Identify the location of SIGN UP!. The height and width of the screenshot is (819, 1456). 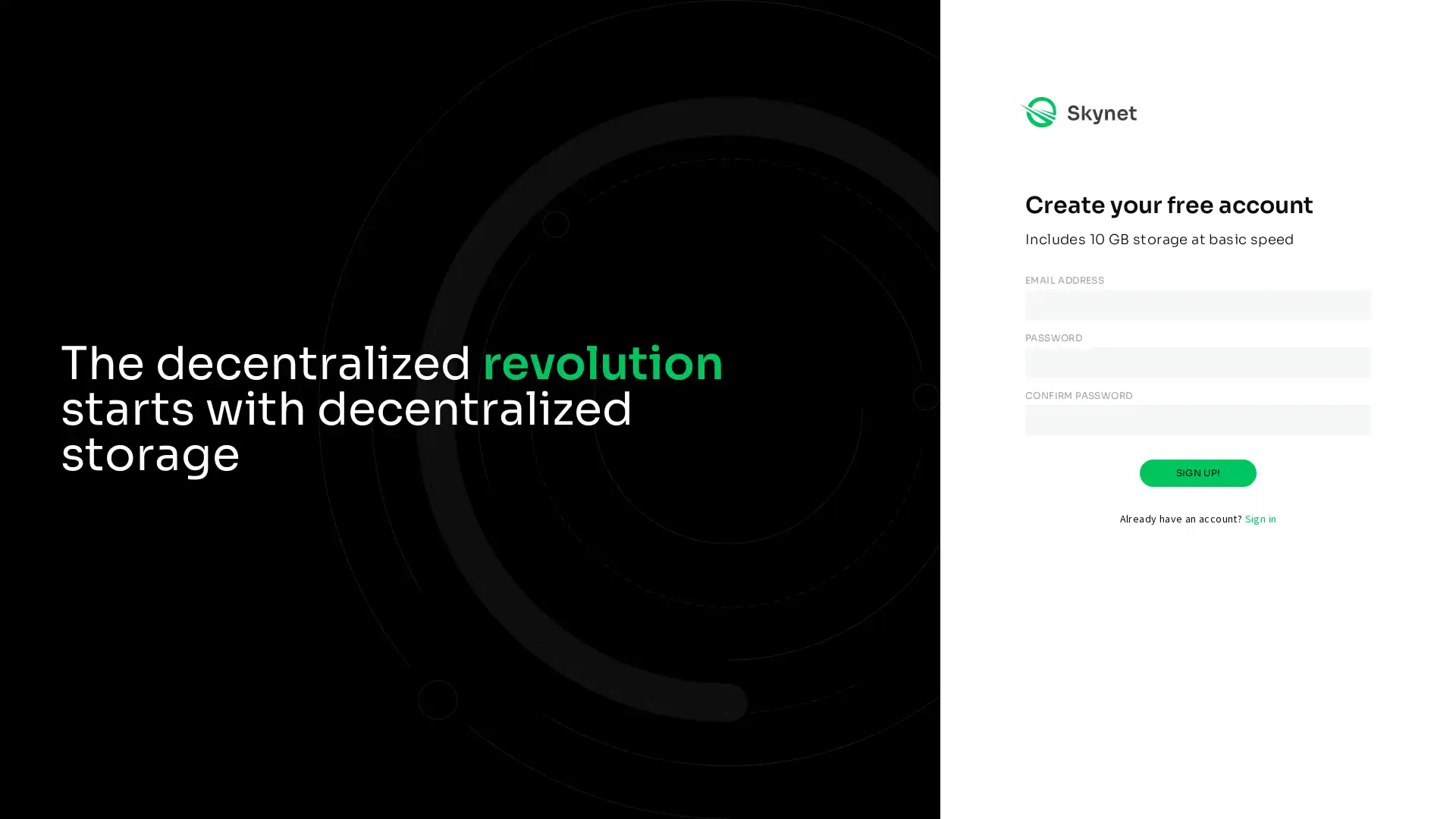
(1197, 472).